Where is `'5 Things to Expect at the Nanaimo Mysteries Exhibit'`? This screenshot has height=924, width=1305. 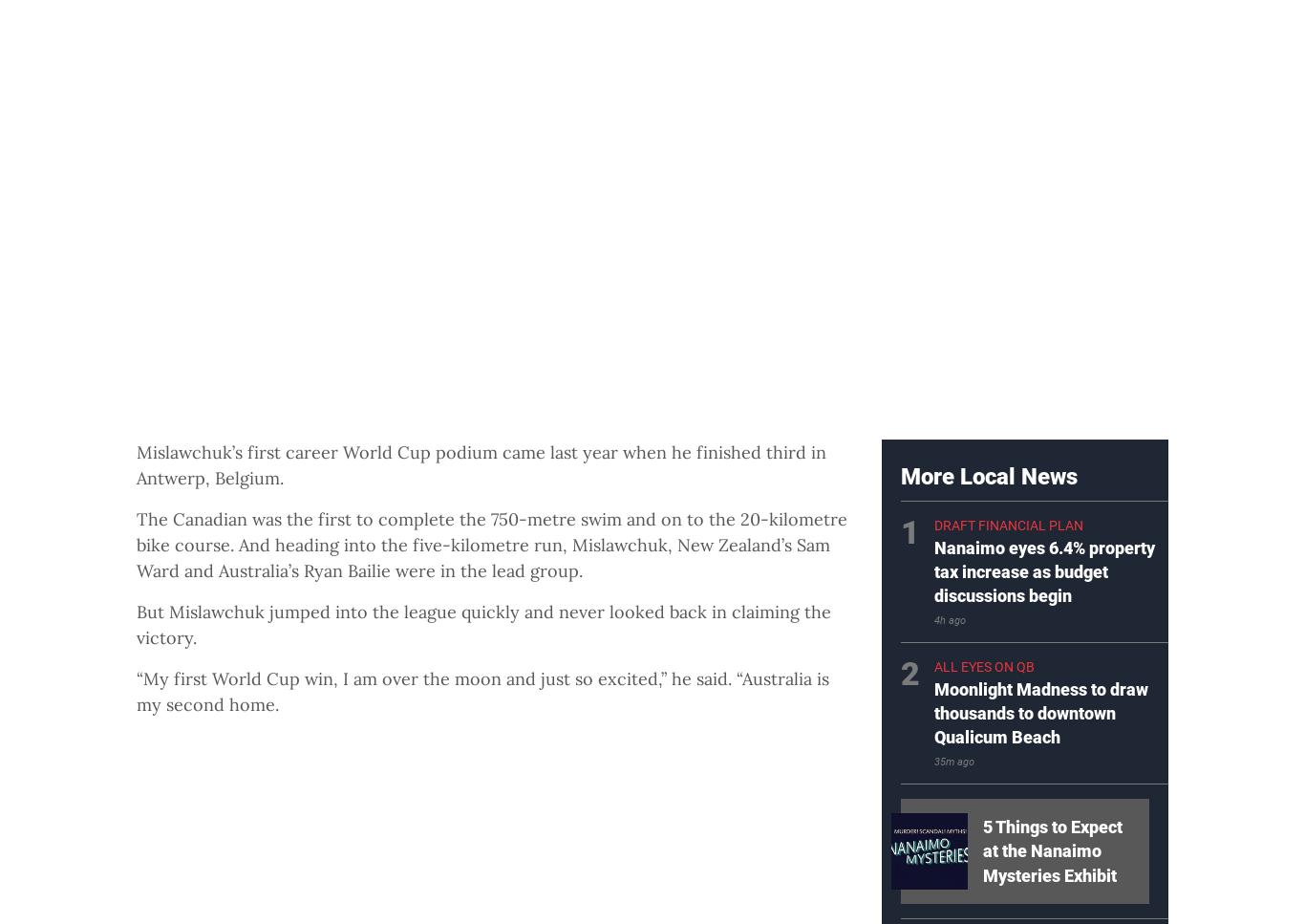 '5 Things to Expect at the Nanaimo Mysteries Exhibit' is located at coordinates (1051, 849).